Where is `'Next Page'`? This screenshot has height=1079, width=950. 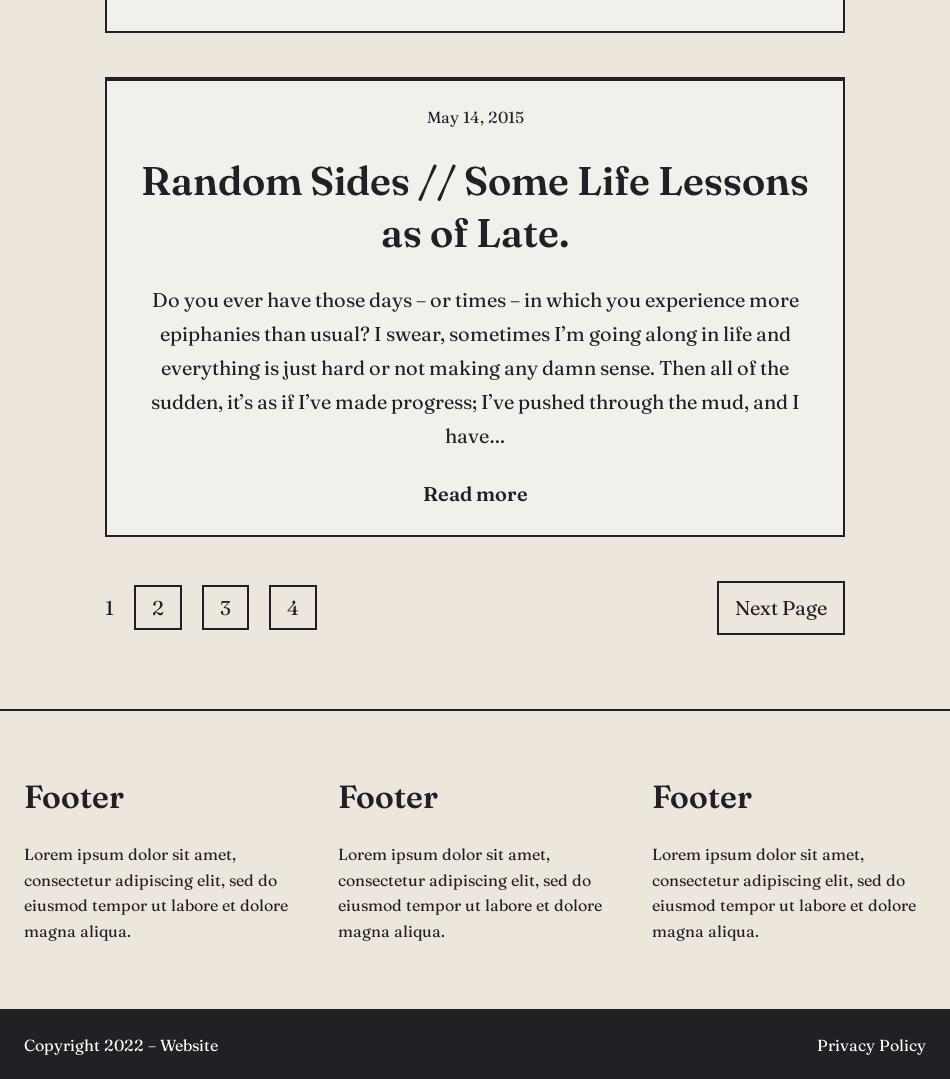 'Next Page' is located at coordinates (779, 606).